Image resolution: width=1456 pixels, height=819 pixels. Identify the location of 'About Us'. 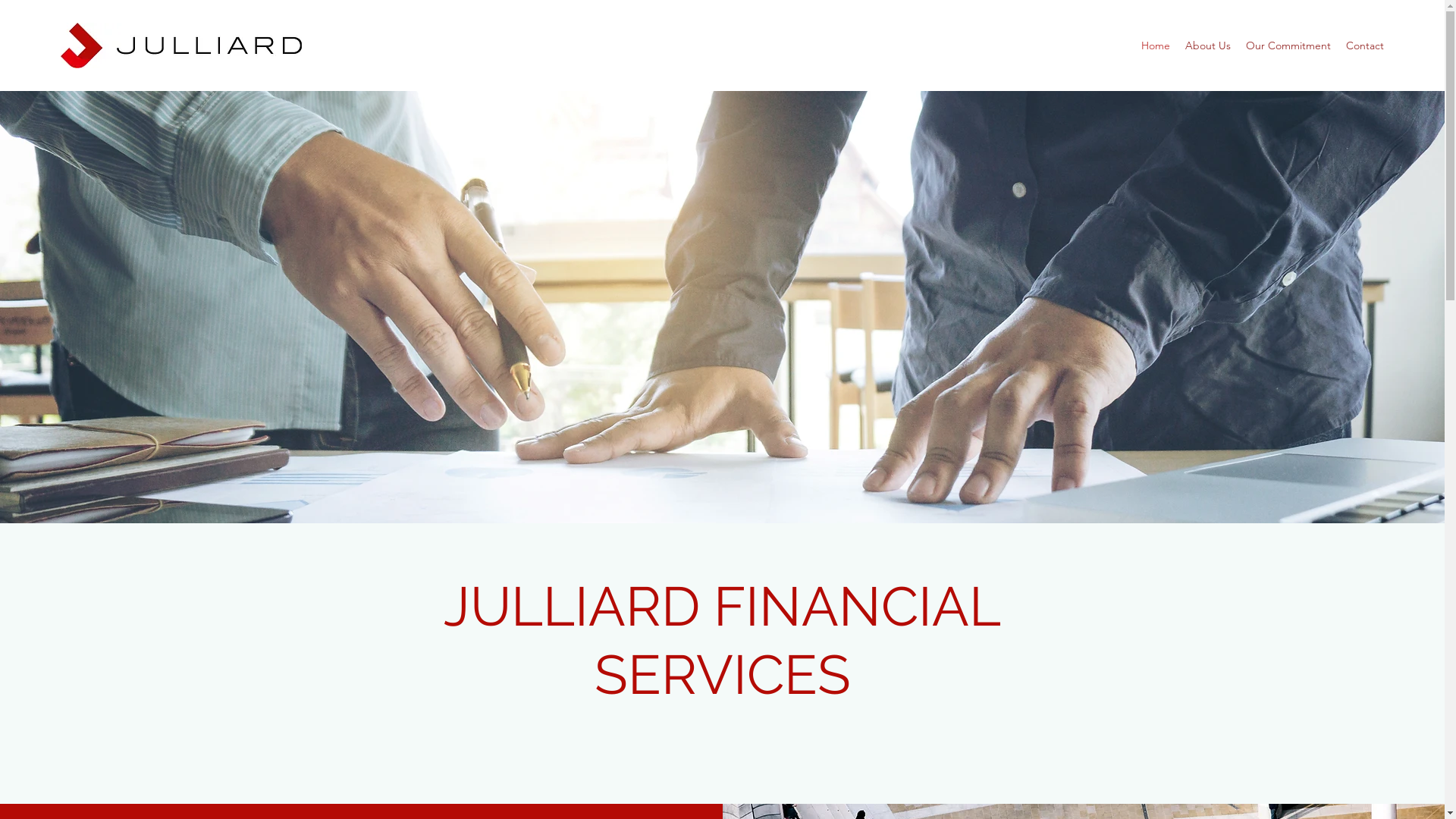
(1207, 45).